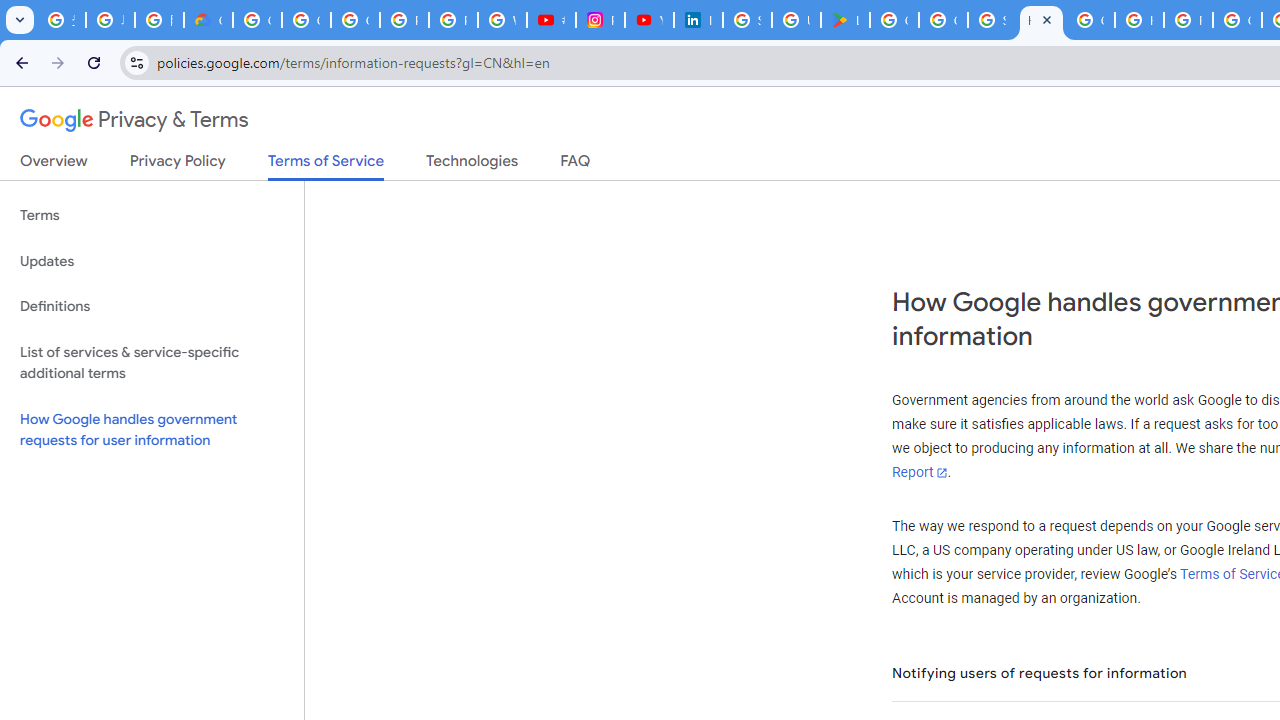 This screenshot has width=1280, height=720. I want to click on 'How do I create a new Google Account? - Google Account Help', so click(1139, 20).